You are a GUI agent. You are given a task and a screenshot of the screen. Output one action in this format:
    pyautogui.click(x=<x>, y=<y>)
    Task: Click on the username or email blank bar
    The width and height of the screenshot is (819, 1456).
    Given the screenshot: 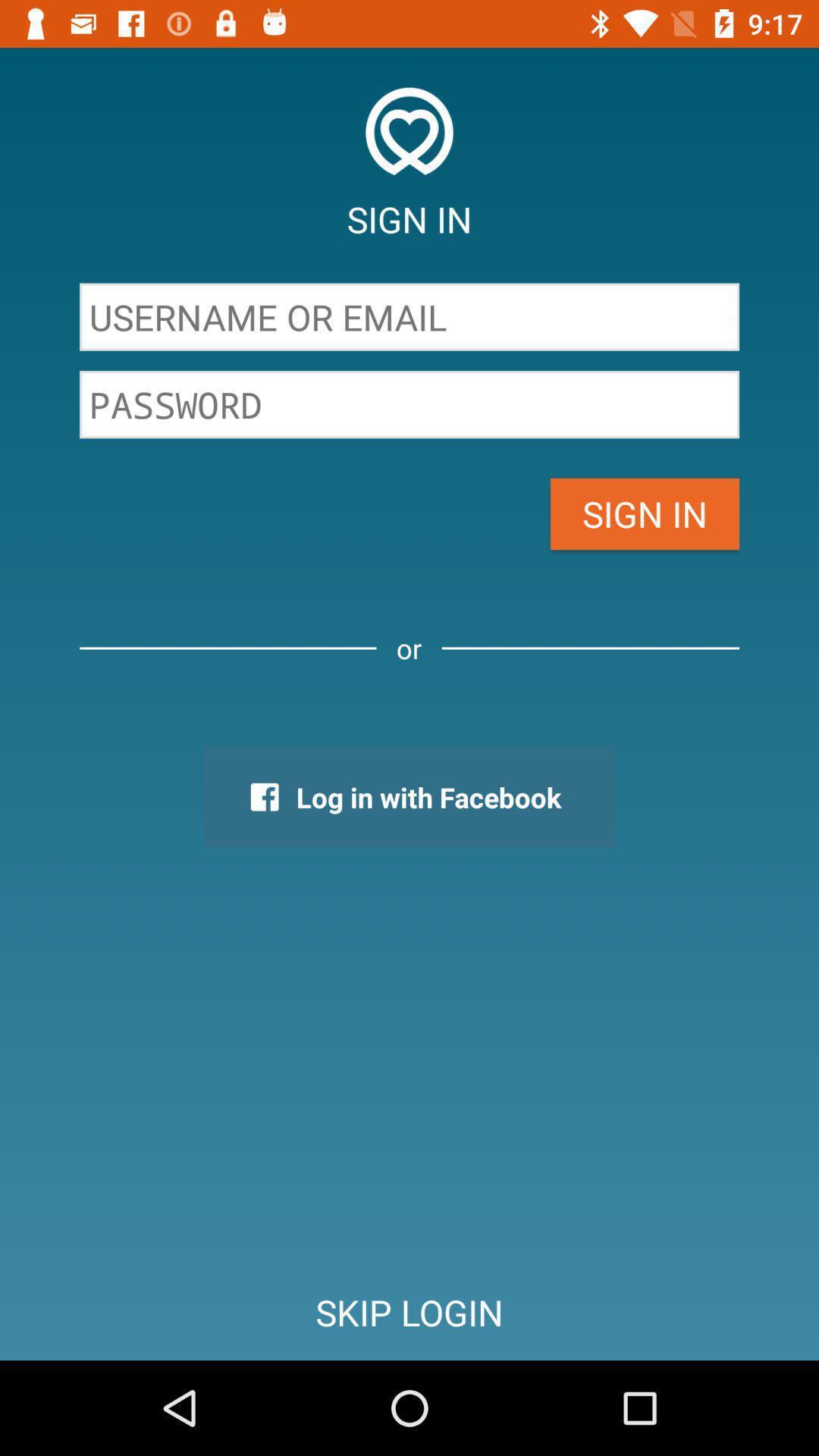 What is the action you would take?
    pyautogui.click(x=409, y=316)
    